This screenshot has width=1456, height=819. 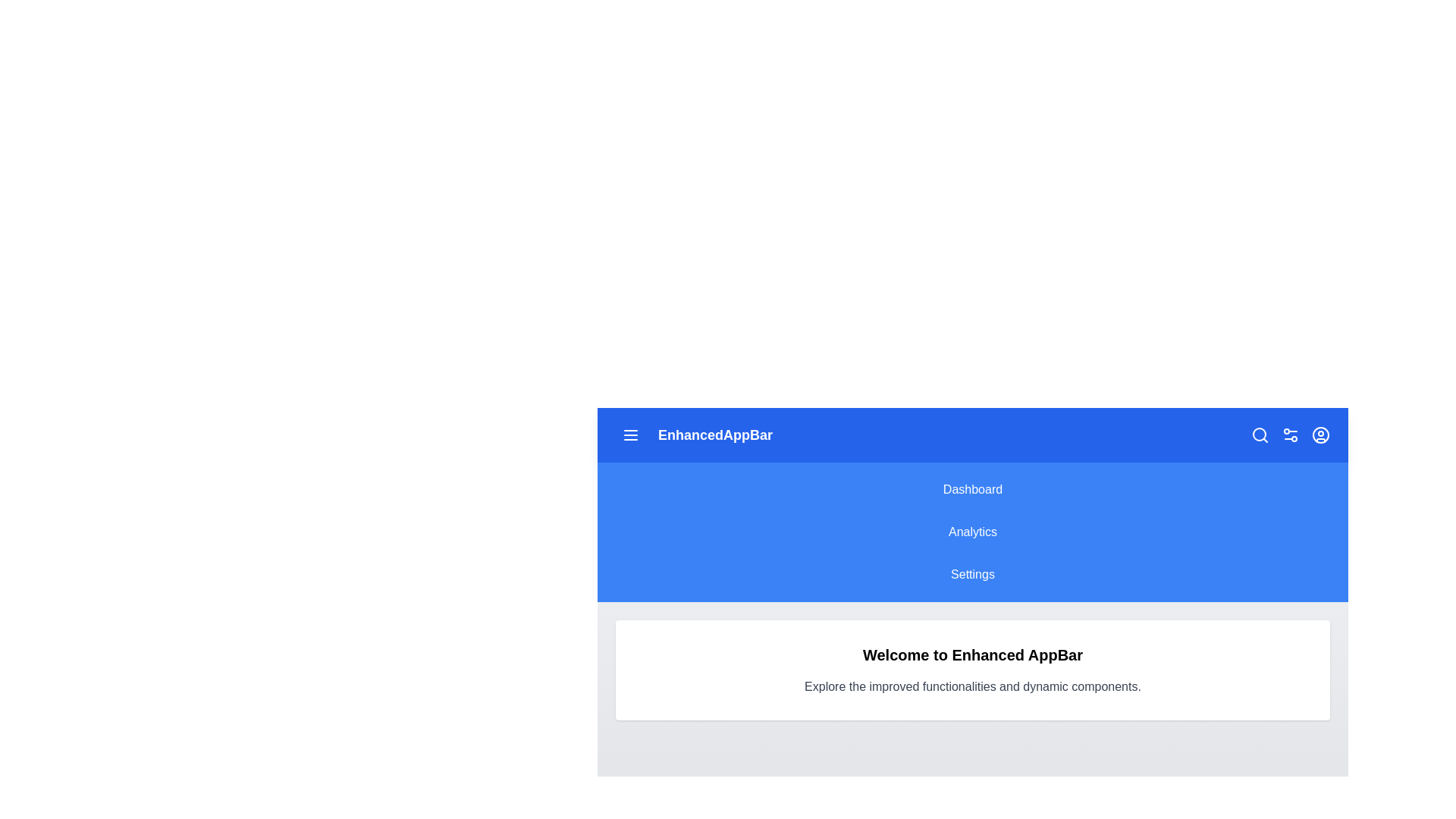 I want to click on the 'Settings' option in the menu, so click(x=972, y=575).